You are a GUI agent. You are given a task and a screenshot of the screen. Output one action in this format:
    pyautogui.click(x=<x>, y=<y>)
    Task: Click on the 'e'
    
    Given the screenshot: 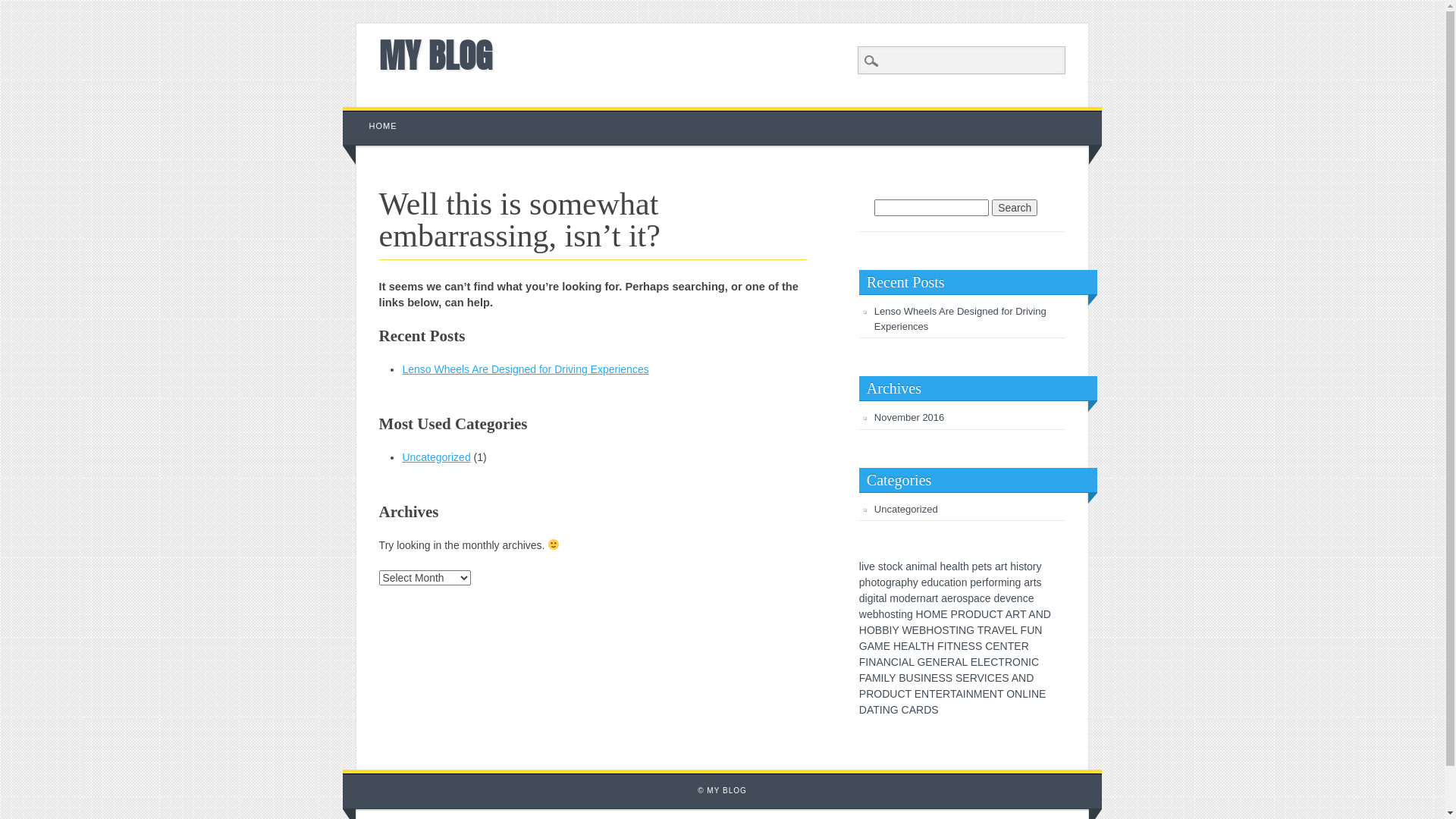 What is the action you would take?
    pyautogui.click(x=948, y=566)
    